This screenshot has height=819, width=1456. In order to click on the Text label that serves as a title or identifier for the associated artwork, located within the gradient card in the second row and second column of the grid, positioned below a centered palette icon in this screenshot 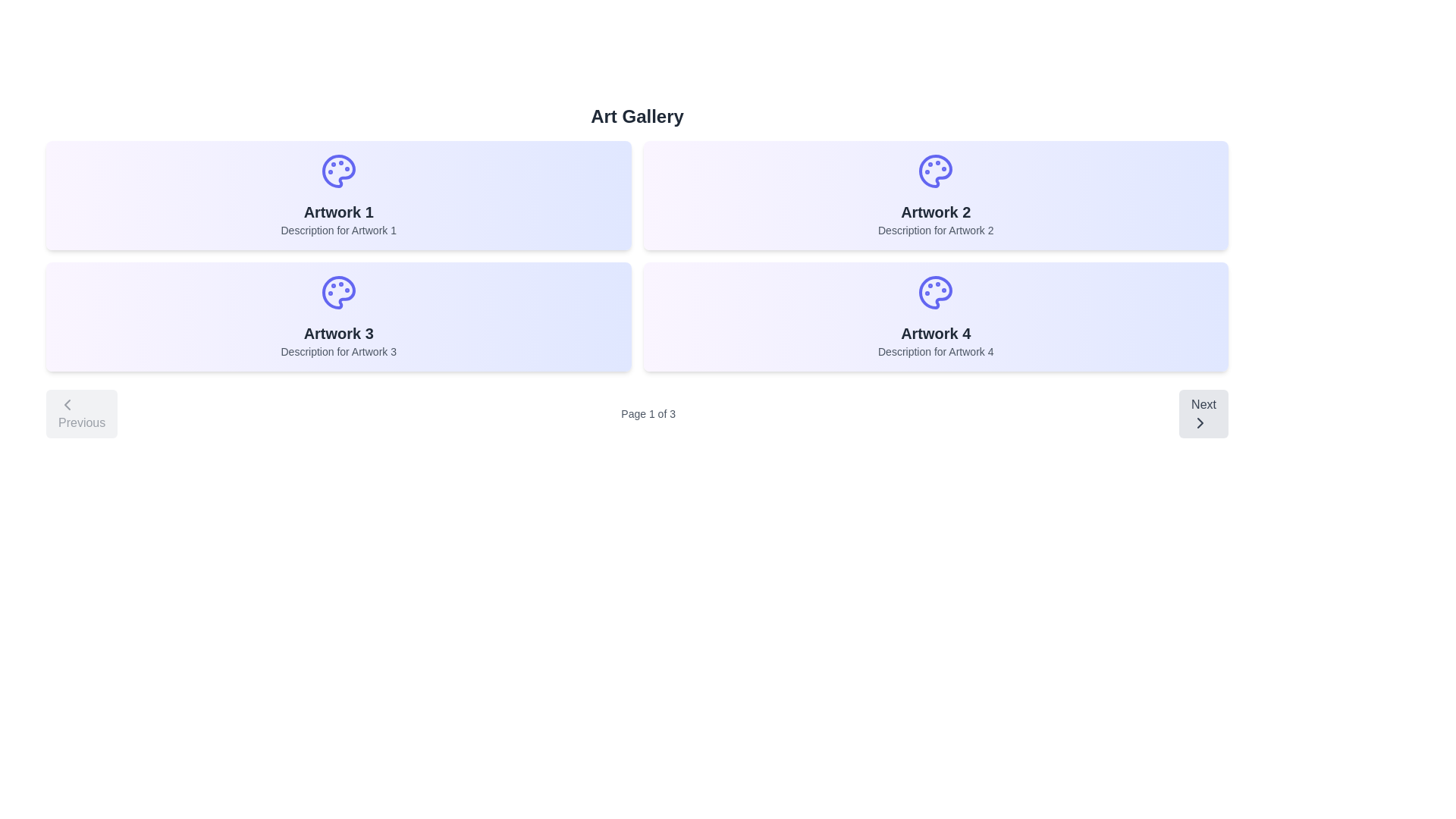, I will do `click(935, 332)`.